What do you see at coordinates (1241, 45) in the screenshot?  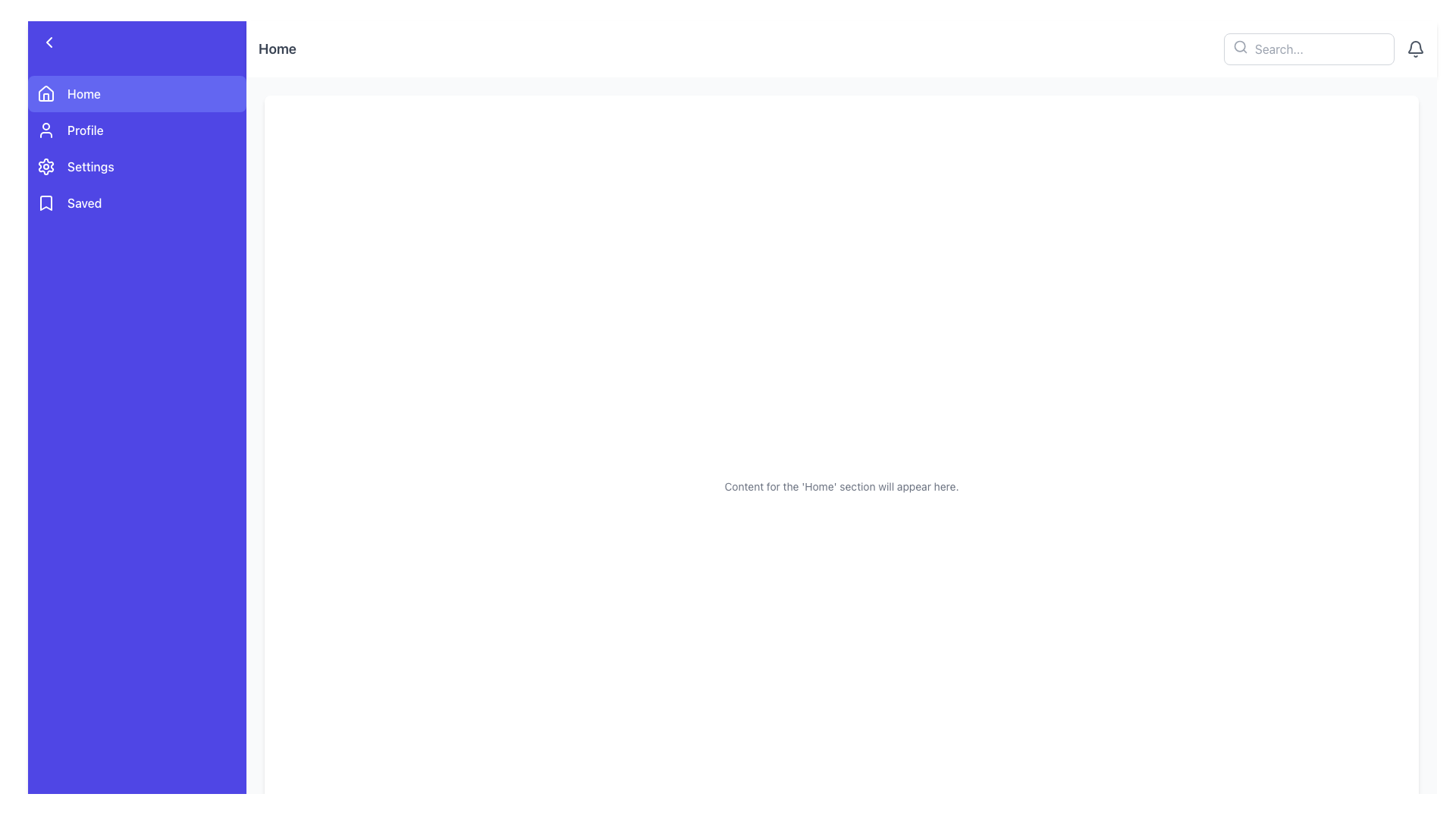 I see `the text input field associated with the magnifying glass icon located at the top-right side of the interface` at bounding box center [1241, 45].